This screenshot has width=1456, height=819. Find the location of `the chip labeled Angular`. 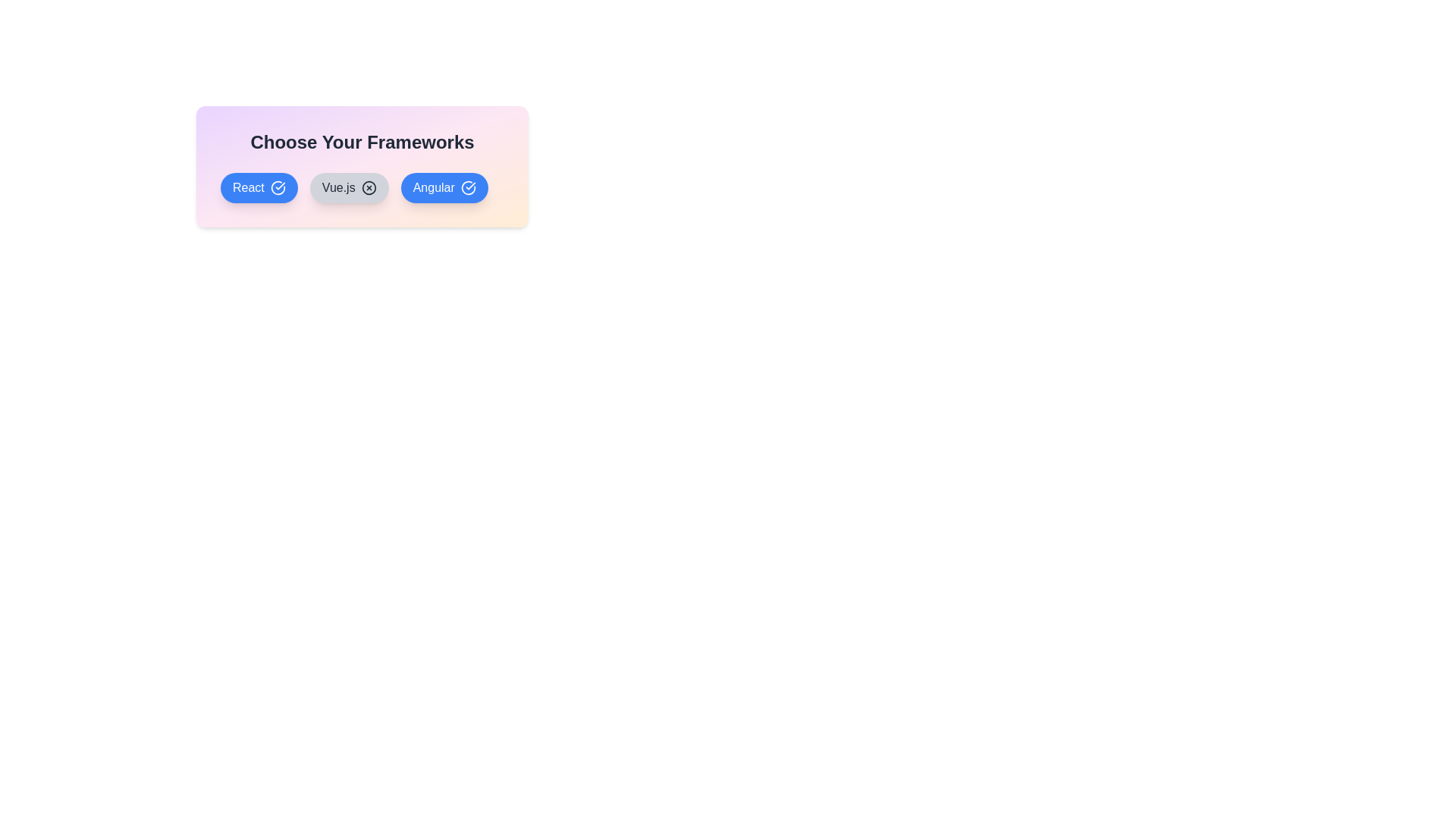

the chip labeled Angular is located at coordinates (444, 187).